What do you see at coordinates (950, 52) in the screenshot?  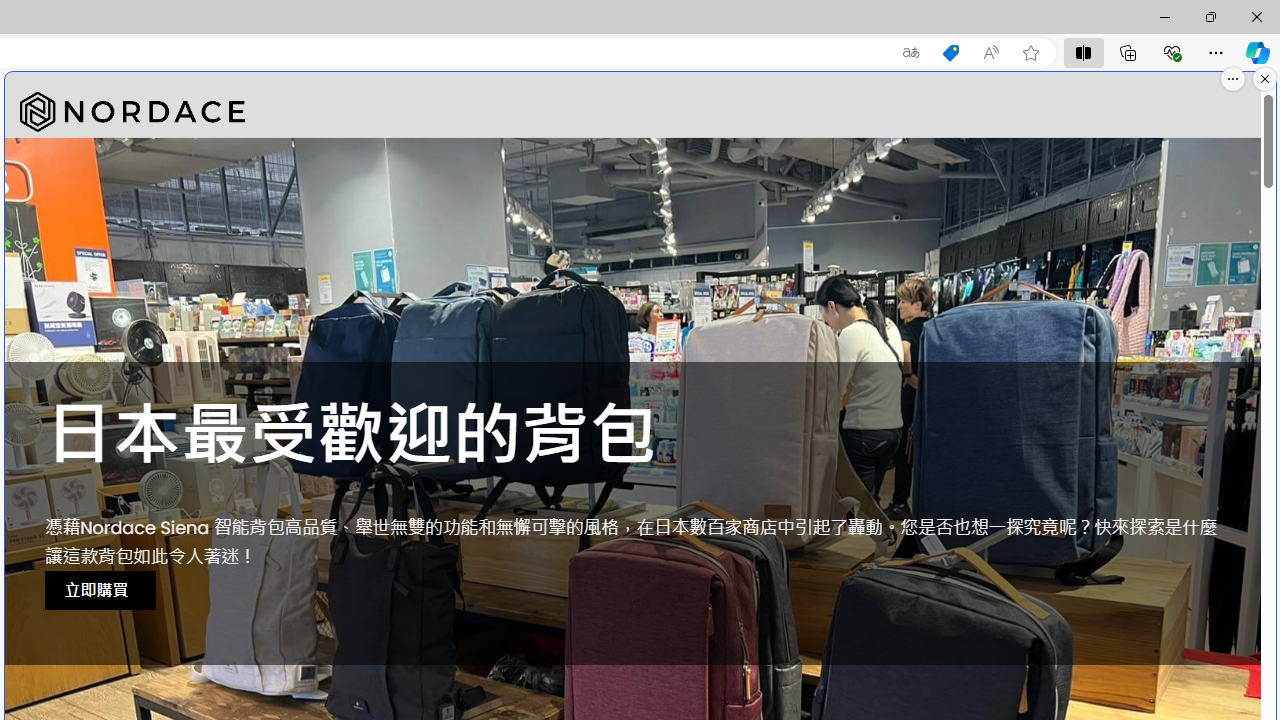 I see `'This site has coupons! Shopping in Microsoft Edge'` at bounding box center [950, 52].